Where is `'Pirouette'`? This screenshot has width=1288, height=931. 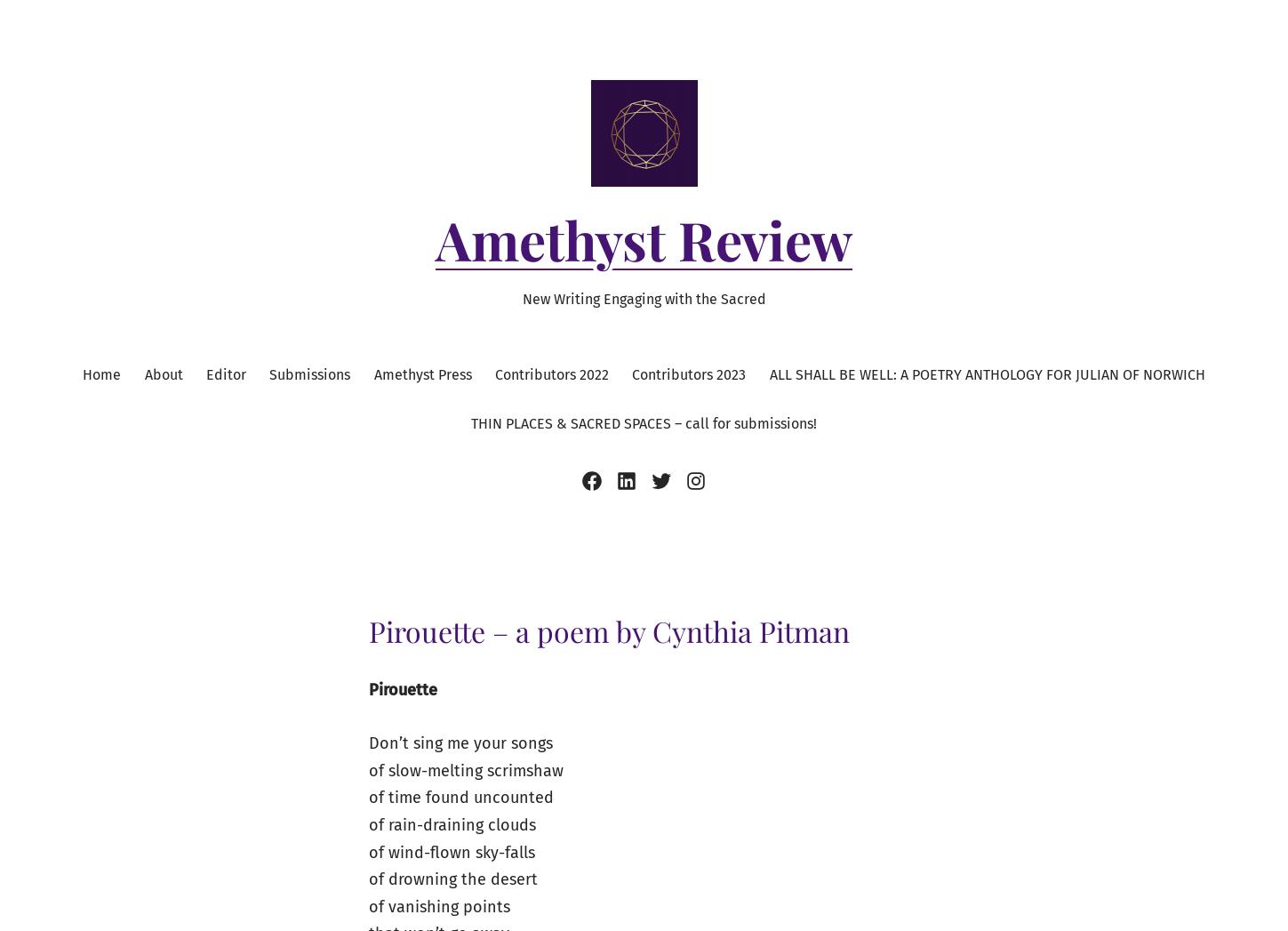 'Pirouette' is located at coordinates (402, 687).